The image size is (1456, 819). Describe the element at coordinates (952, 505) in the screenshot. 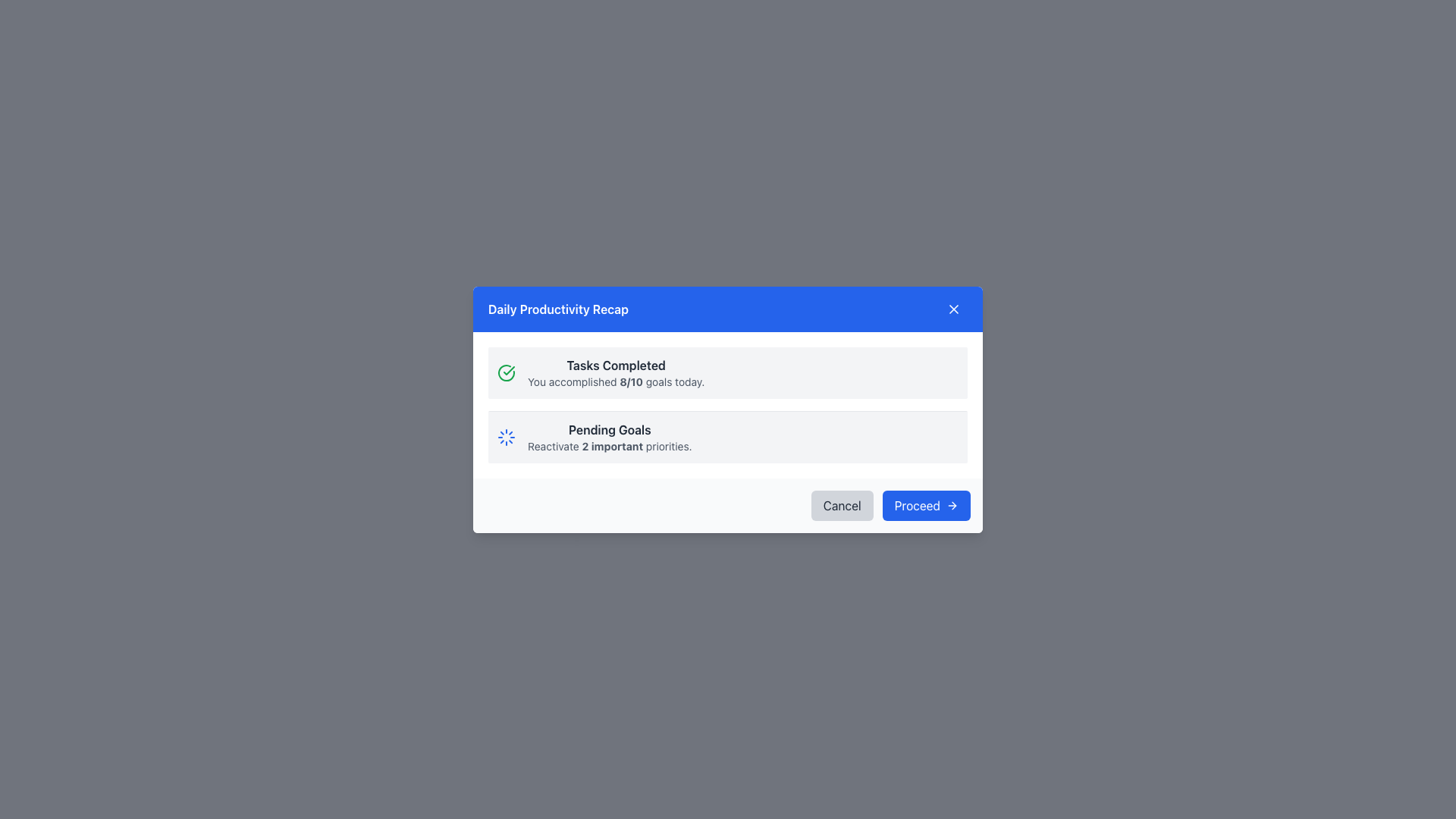

I see `the rightward pointing arrow icon within the 'Proceed' button in the modal dialog box` at that location.